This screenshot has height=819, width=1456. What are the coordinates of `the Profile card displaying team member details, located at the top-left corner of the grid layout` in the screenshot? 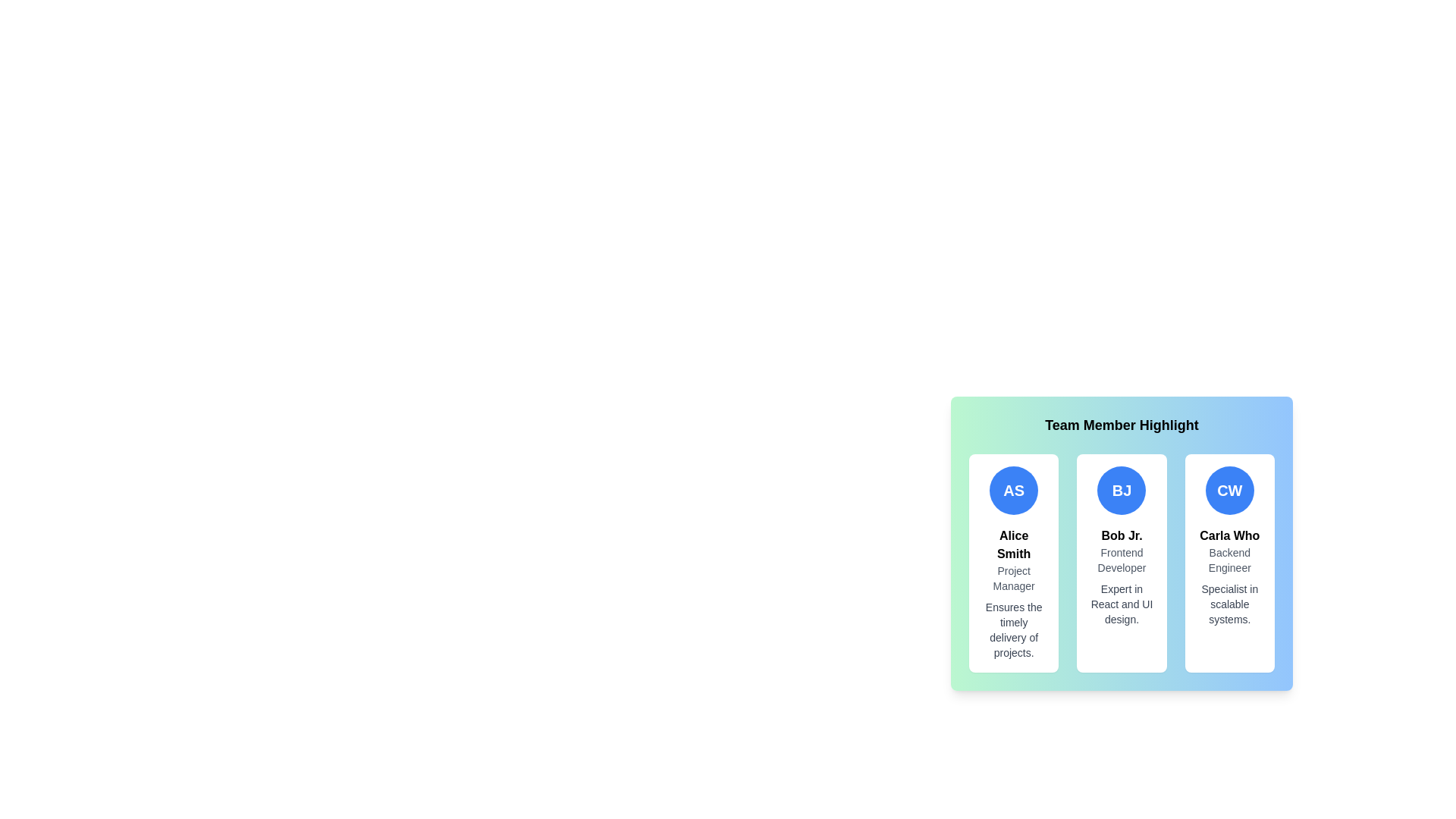 It's located at (1014, 563).